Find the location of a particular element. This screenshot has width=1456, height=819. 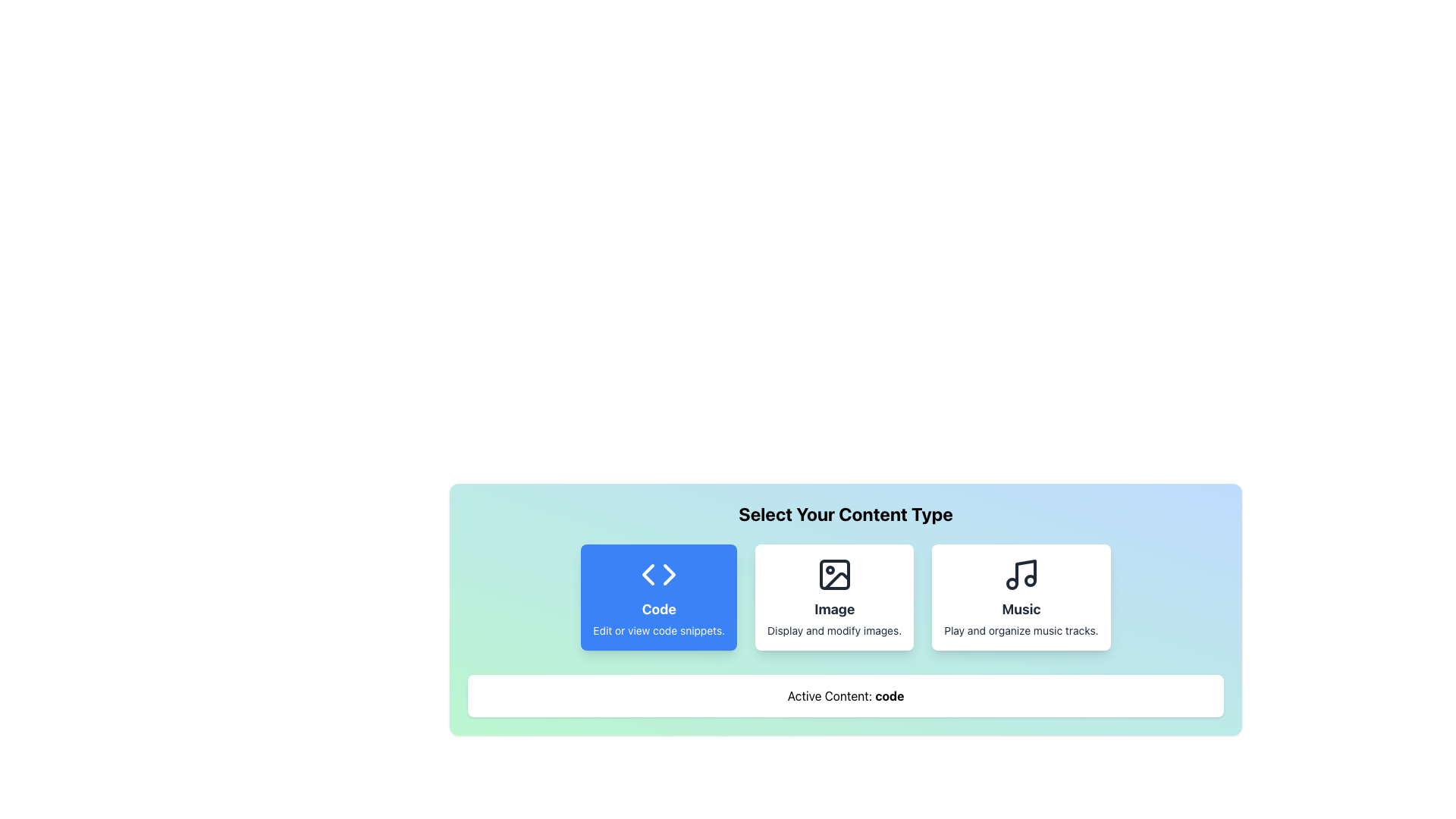

the icon within the button for the 'Image' option under 'Select Your Content Type' is located at coordinates (836, 580).